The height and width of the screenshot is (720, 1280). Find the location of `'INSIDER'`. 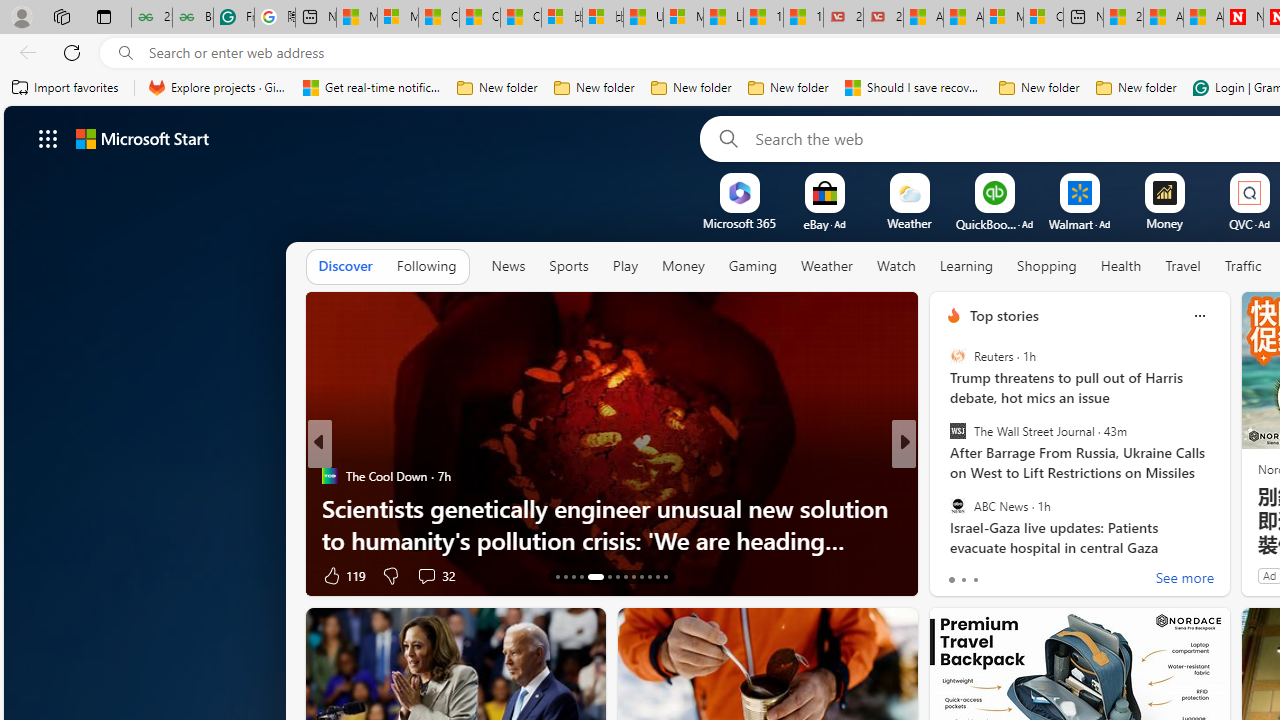

'INSIDER' is located at coordinates (944, 475).